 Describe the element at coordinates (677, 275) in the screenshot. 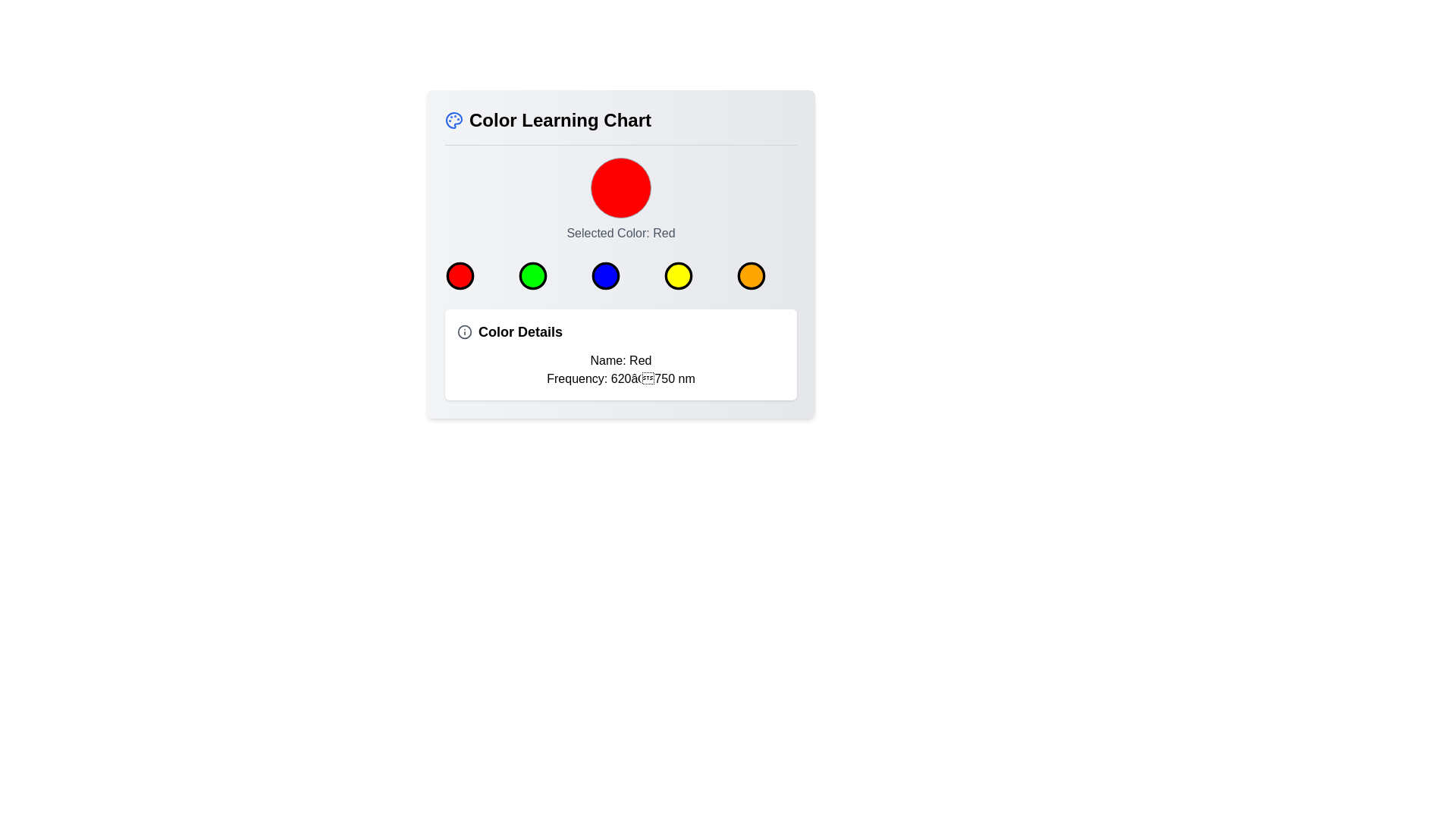

I see `the fourth circle in the linear sequence of five colored circles, which serves as the Circular color selector` at that location.